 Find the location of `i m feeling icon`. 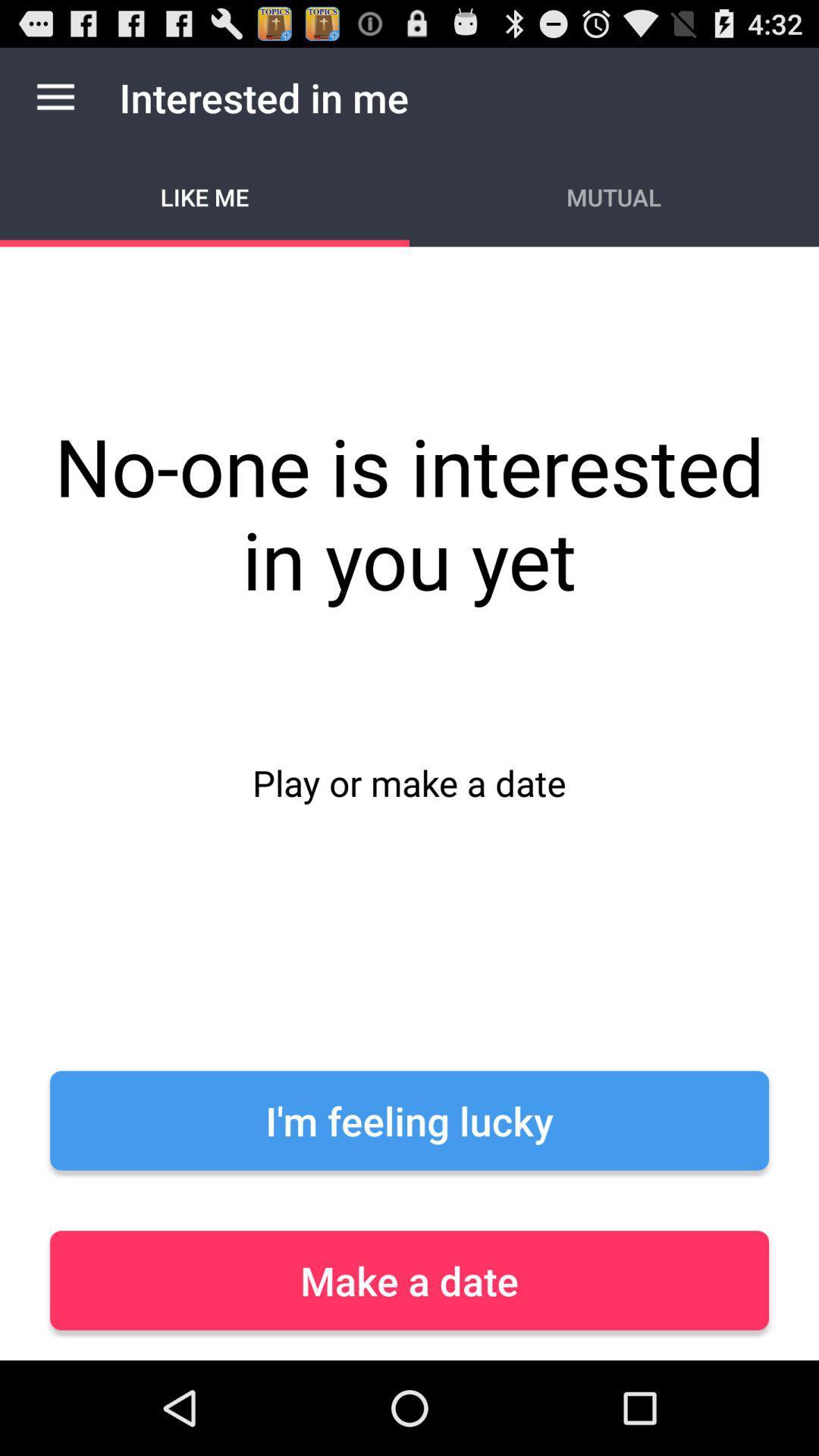

i m feeling icon is located at coordinates (409, 1120).